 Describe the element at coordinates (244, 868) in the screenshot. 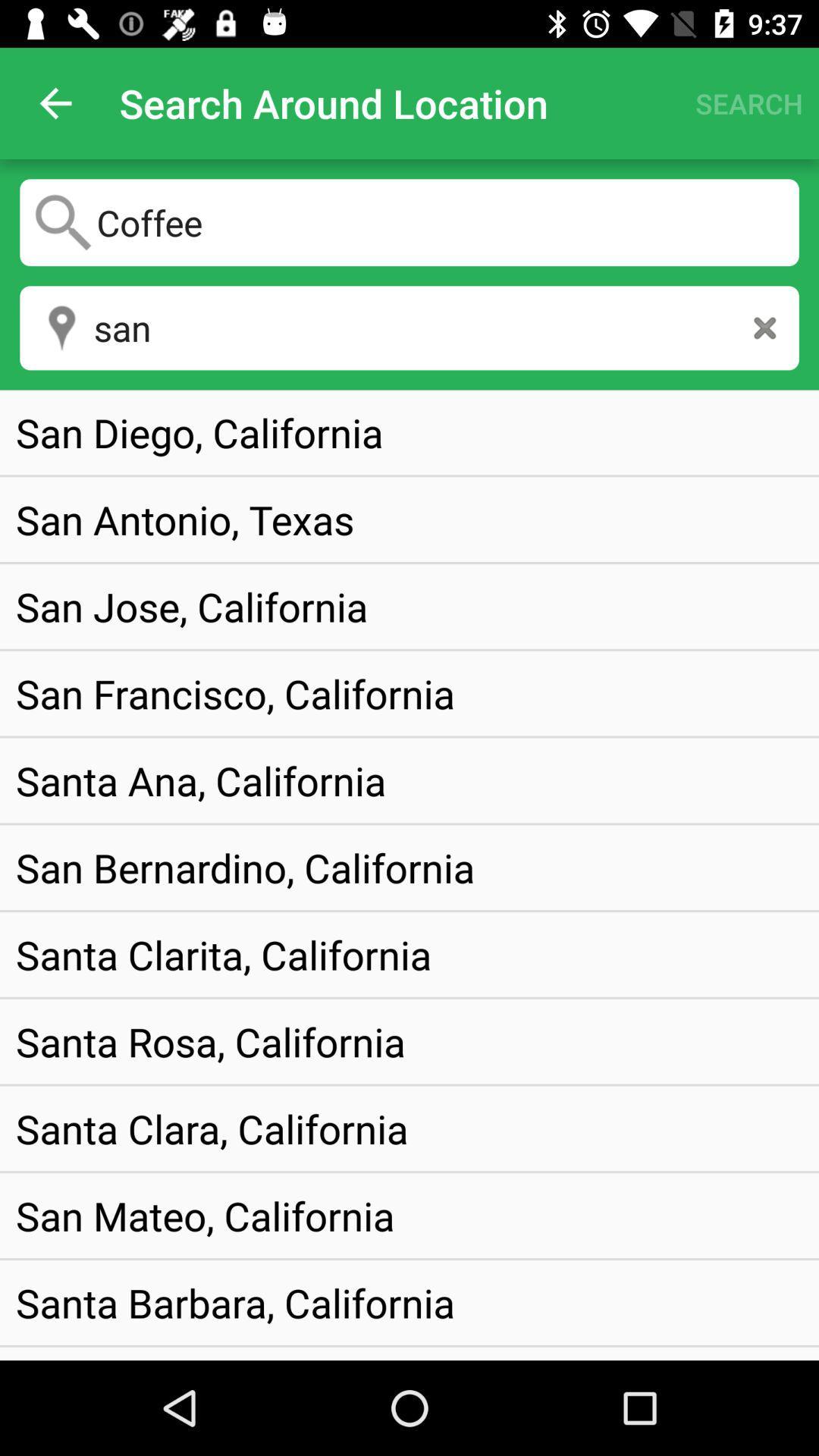

I see `san bernardino, california item` at that location.